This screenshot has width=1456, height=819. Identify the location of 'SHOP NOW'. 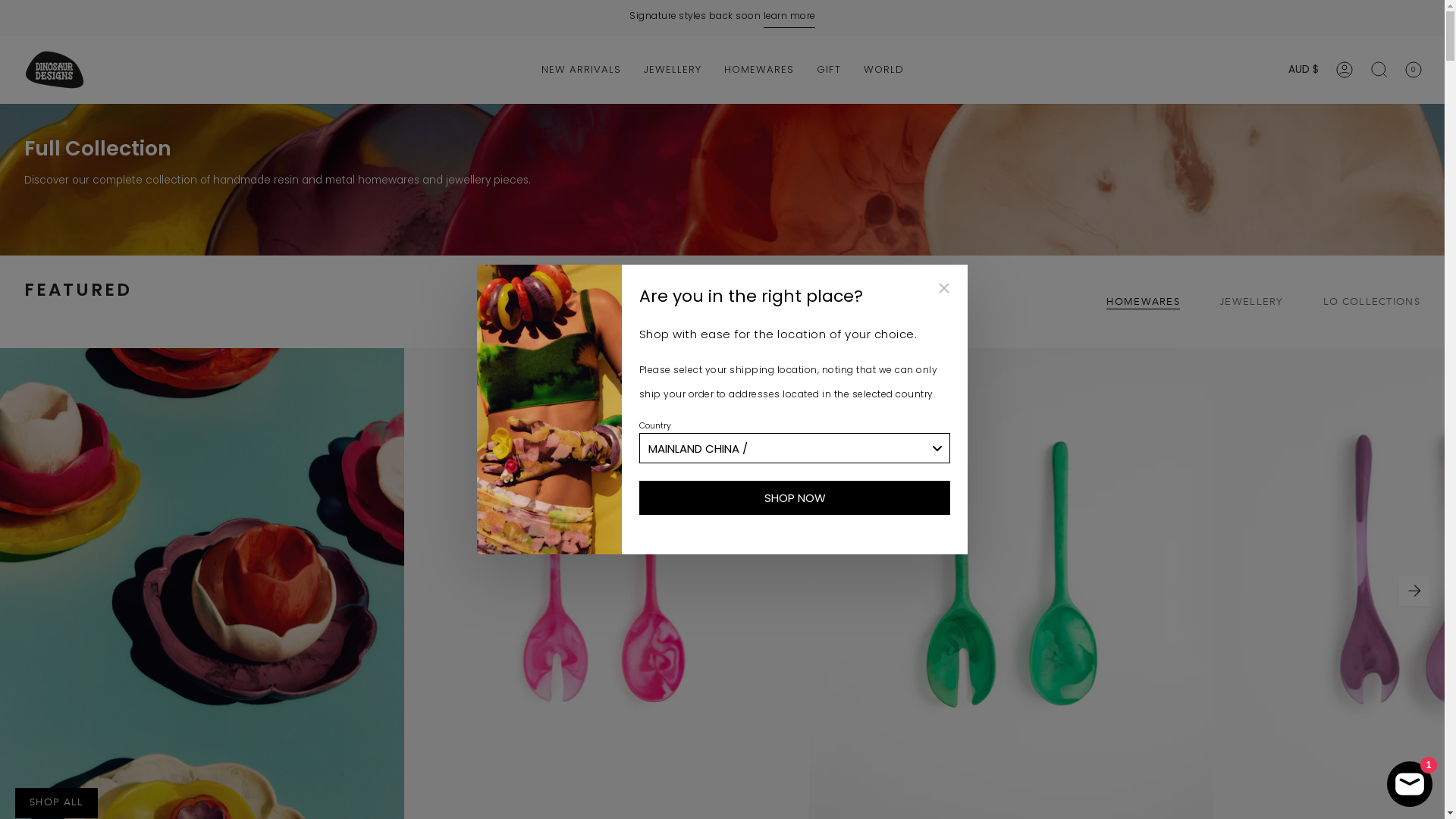
(794, 497).